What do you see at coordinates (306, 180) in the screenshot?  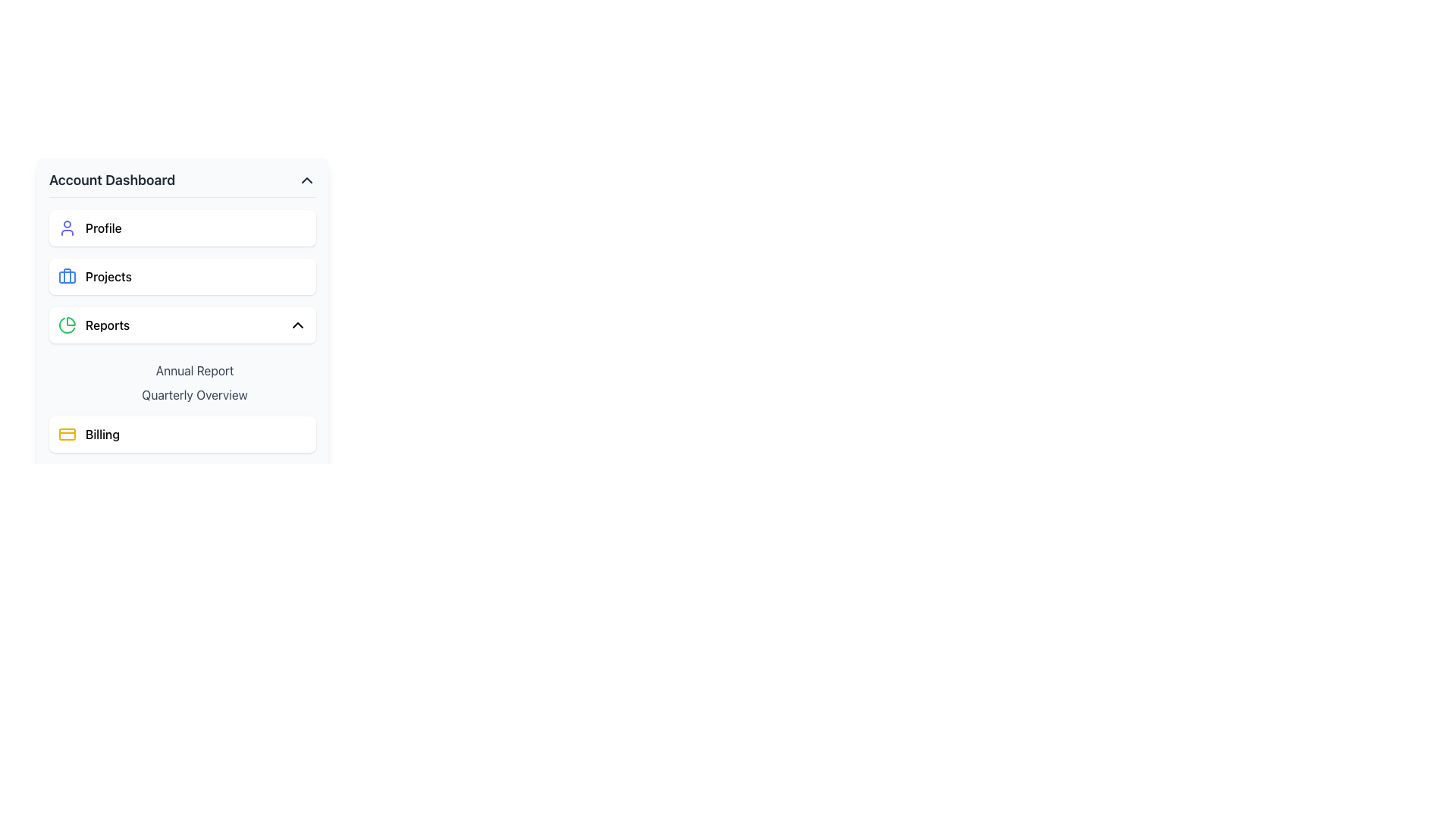 I see `the Dropdown toggle icon located at the right end of the 'Account Dashboard' header bar` at bounding box center [306, 180].